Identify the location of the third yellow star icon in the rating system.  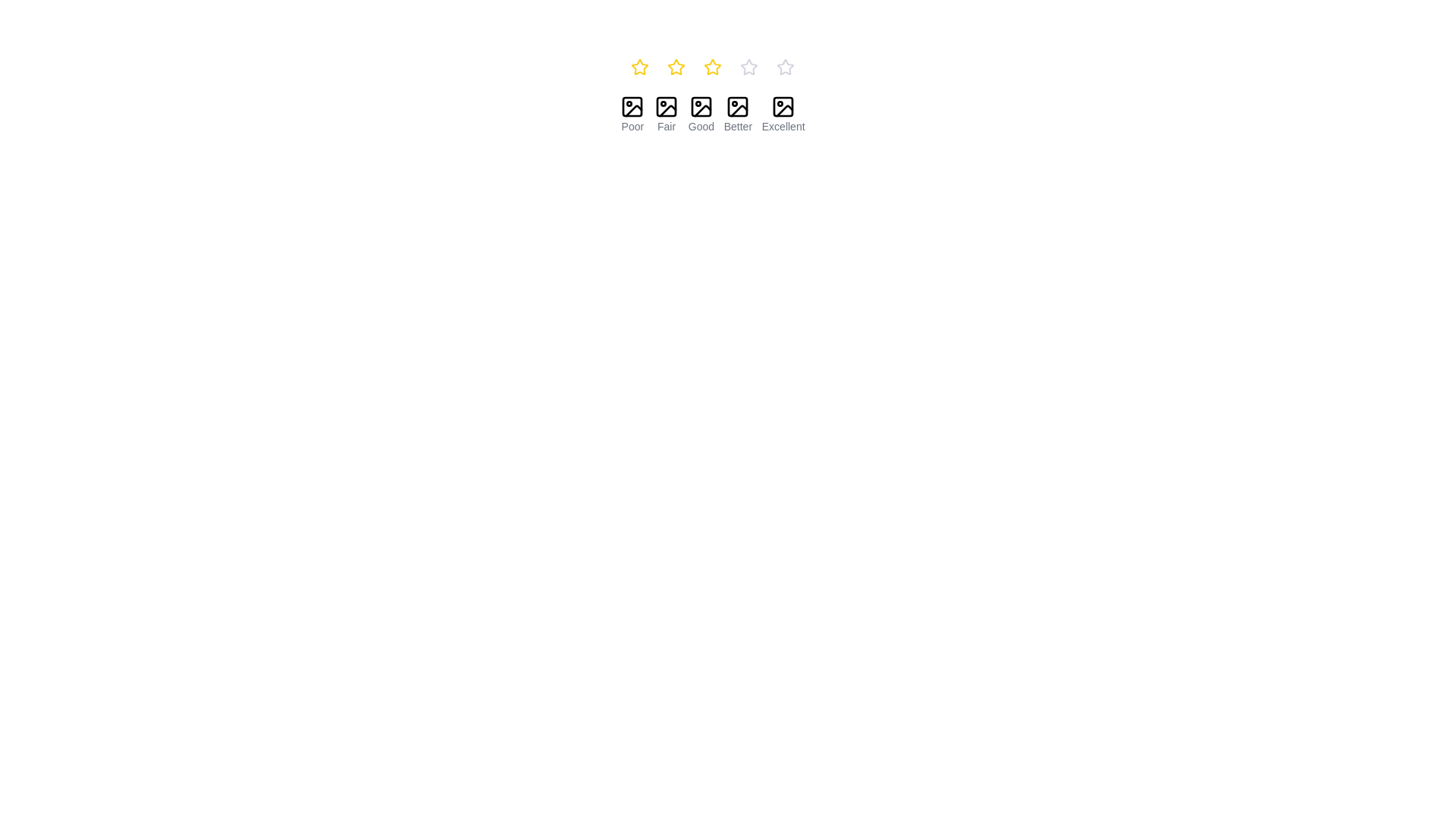
(712, 66).